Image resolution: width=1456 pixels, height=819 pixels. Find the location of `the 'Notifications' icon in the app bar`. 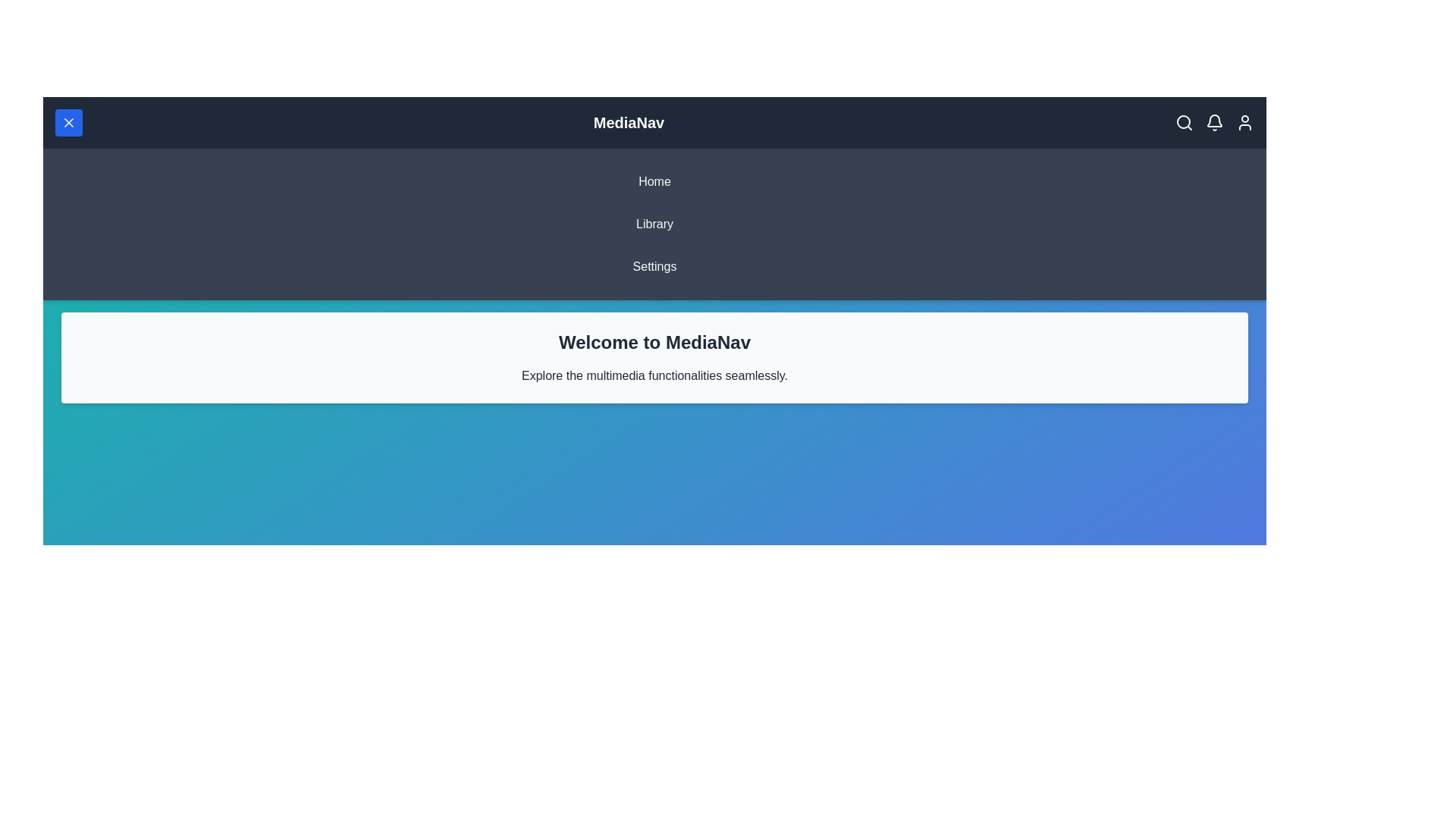

the 'Notifications' icon in the app bar is located at coordinates (1215, 122).